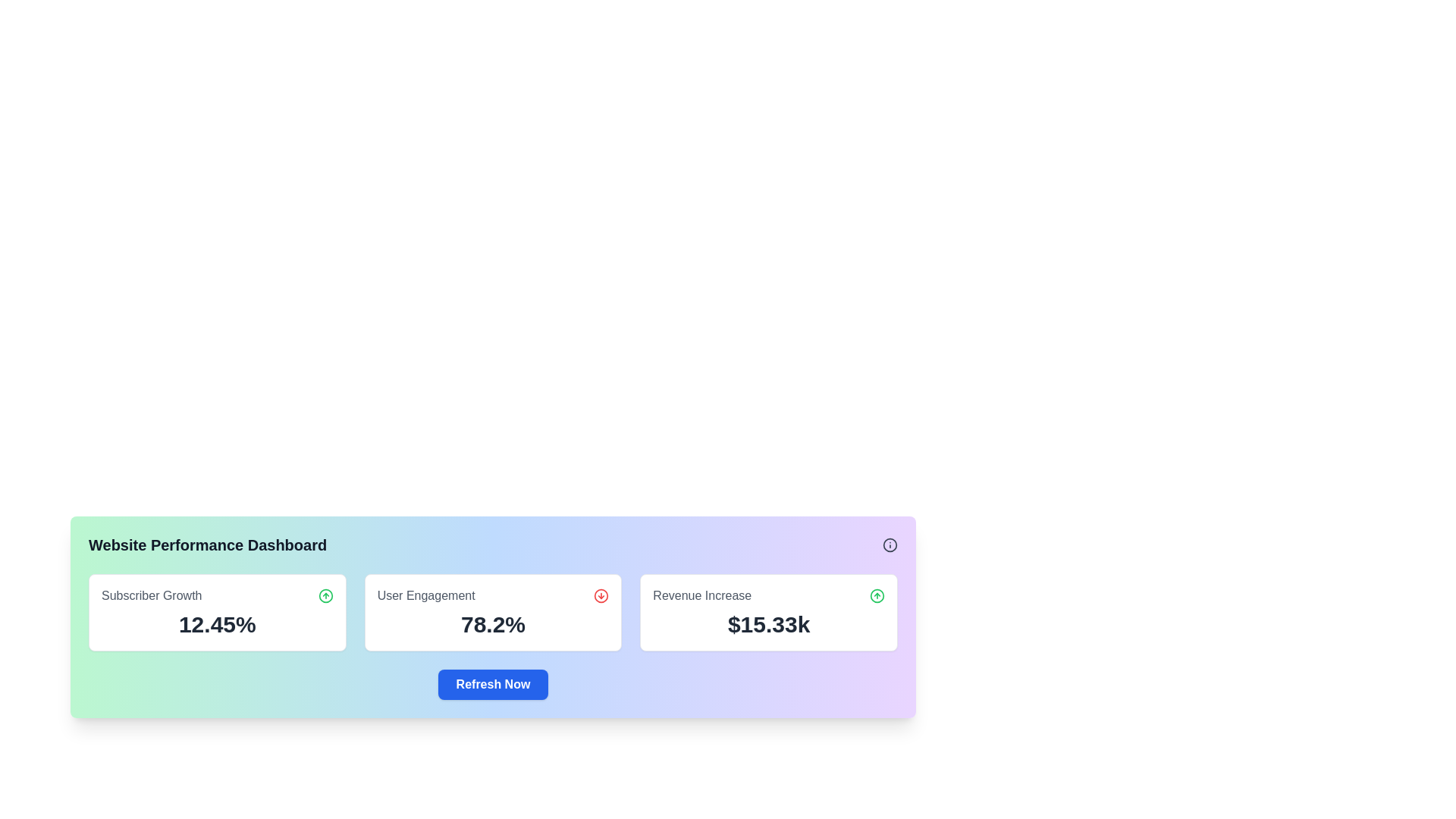  What do you see at coordinates (216, 611) in the screenshot?
I see `the Summary Card element displaying 'Subscriber Growth' with a percentage value of '12.45%', located in the top-left section of a grid of three cards` at bounding box center [216, 611].